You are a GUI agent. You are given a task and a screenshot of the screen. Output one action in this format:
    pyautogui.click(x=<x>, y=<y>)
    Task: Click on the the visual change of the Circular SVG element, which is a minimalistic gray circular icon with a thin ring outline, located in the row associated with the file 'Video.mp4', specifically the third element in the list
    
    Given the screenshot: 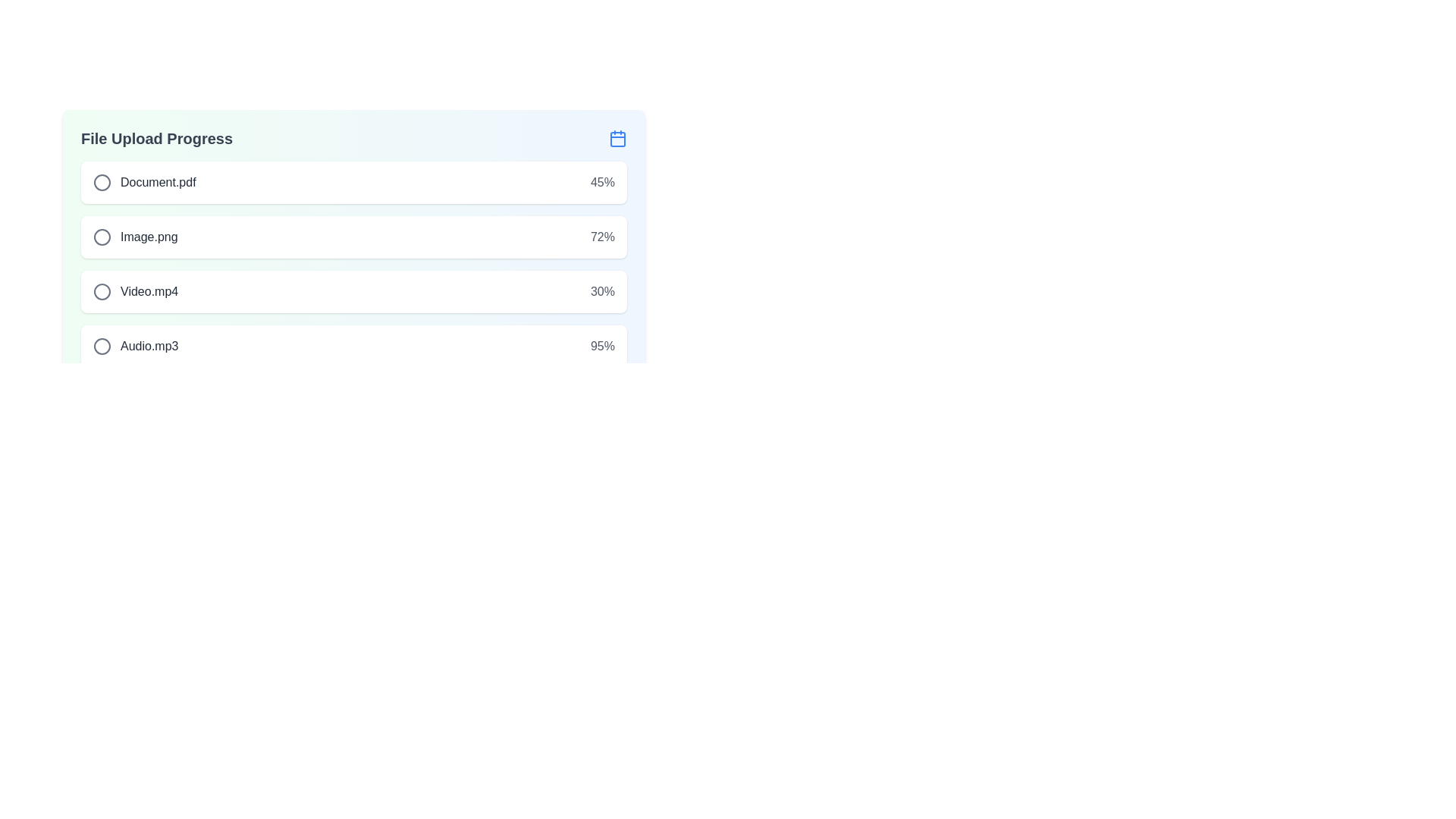 What is the action you would take?
    pyautogui.click(x=101, y=292)
    